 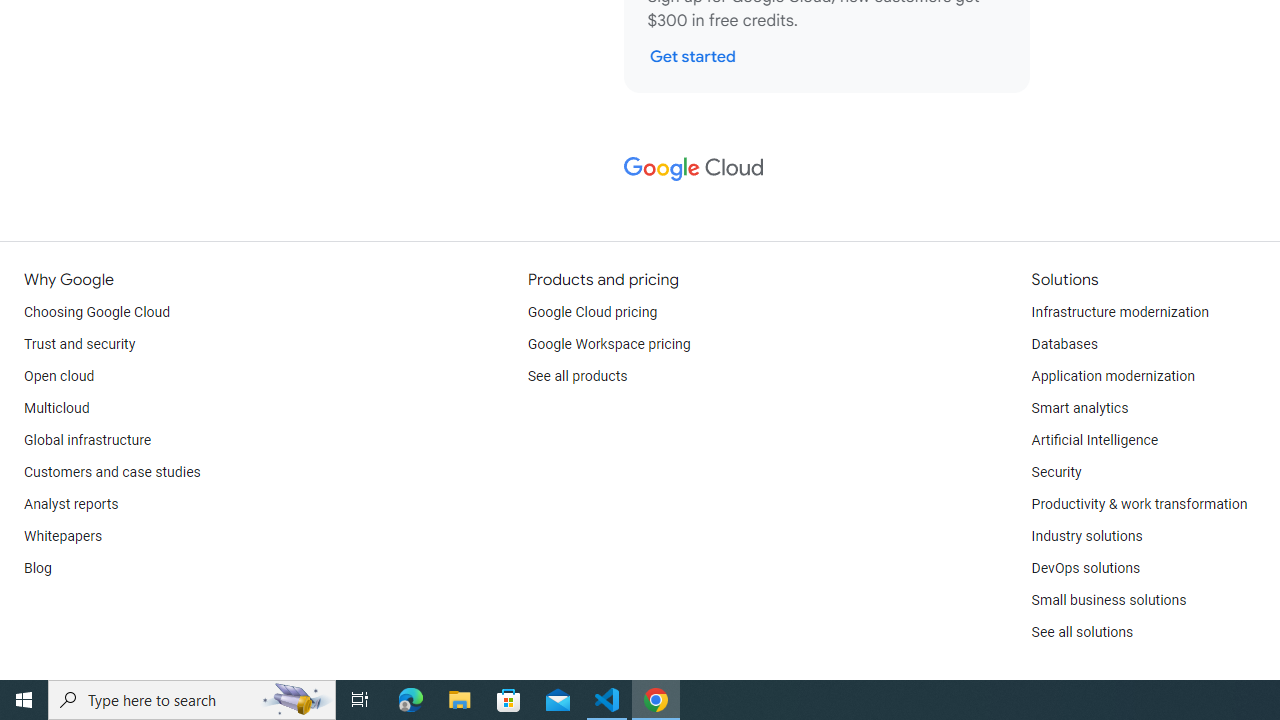 I want to click on 'Open cloud', so click(x=59, y=376).